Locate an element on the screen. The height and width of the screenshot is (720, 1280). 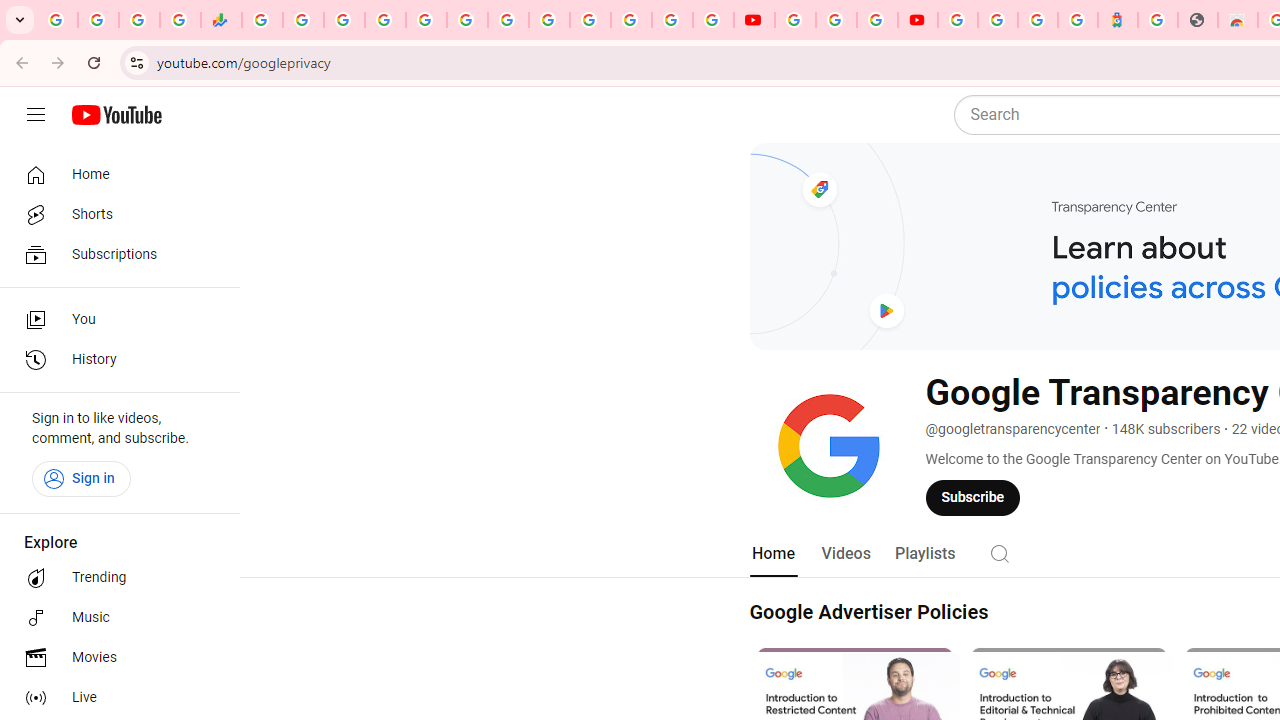
'Google Advertiser Policies' is located at coordinates (869, 611).